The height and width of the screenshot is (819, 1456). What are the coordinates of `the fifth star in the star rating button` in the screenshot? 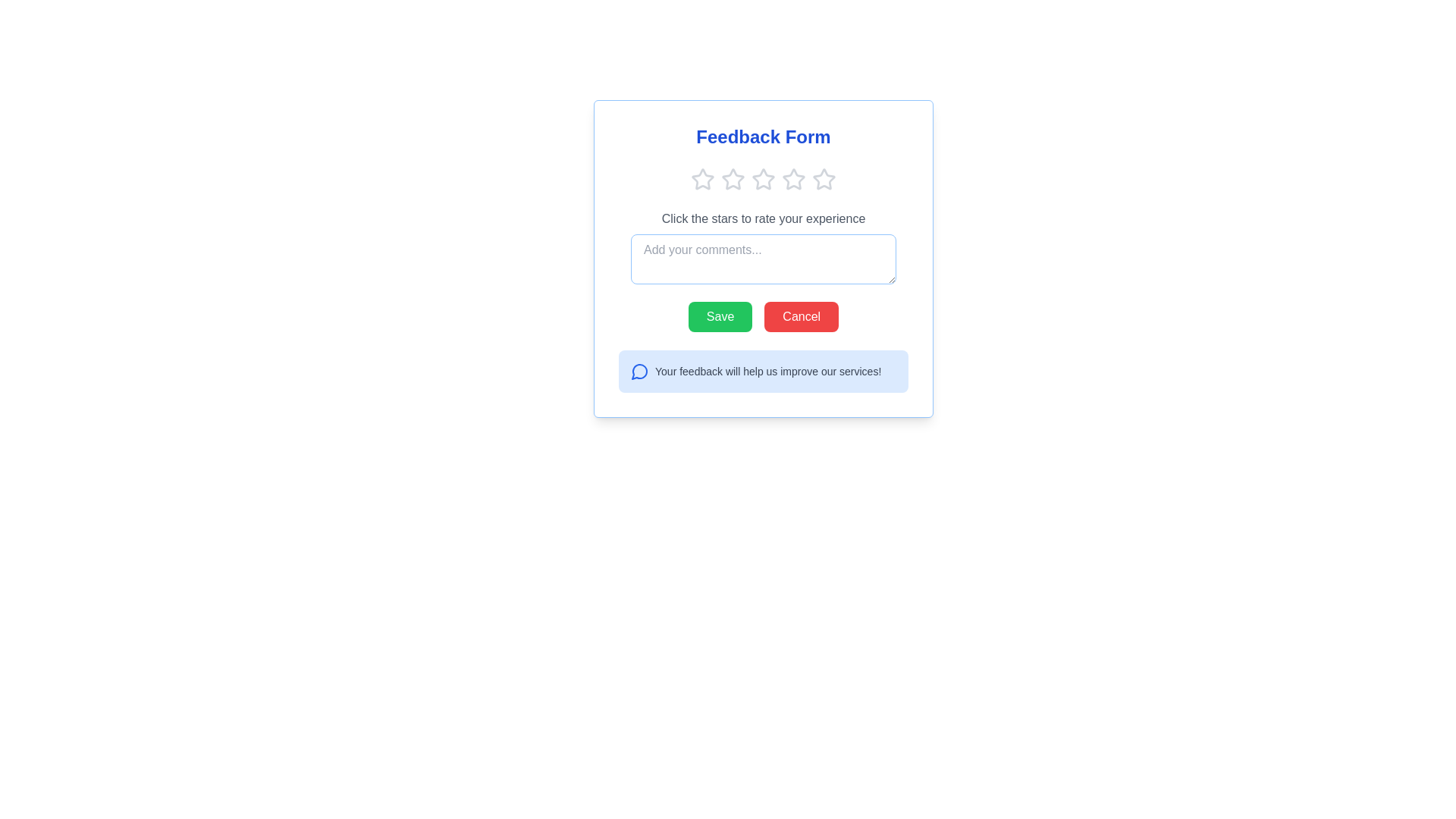 It's located at (823, 178).